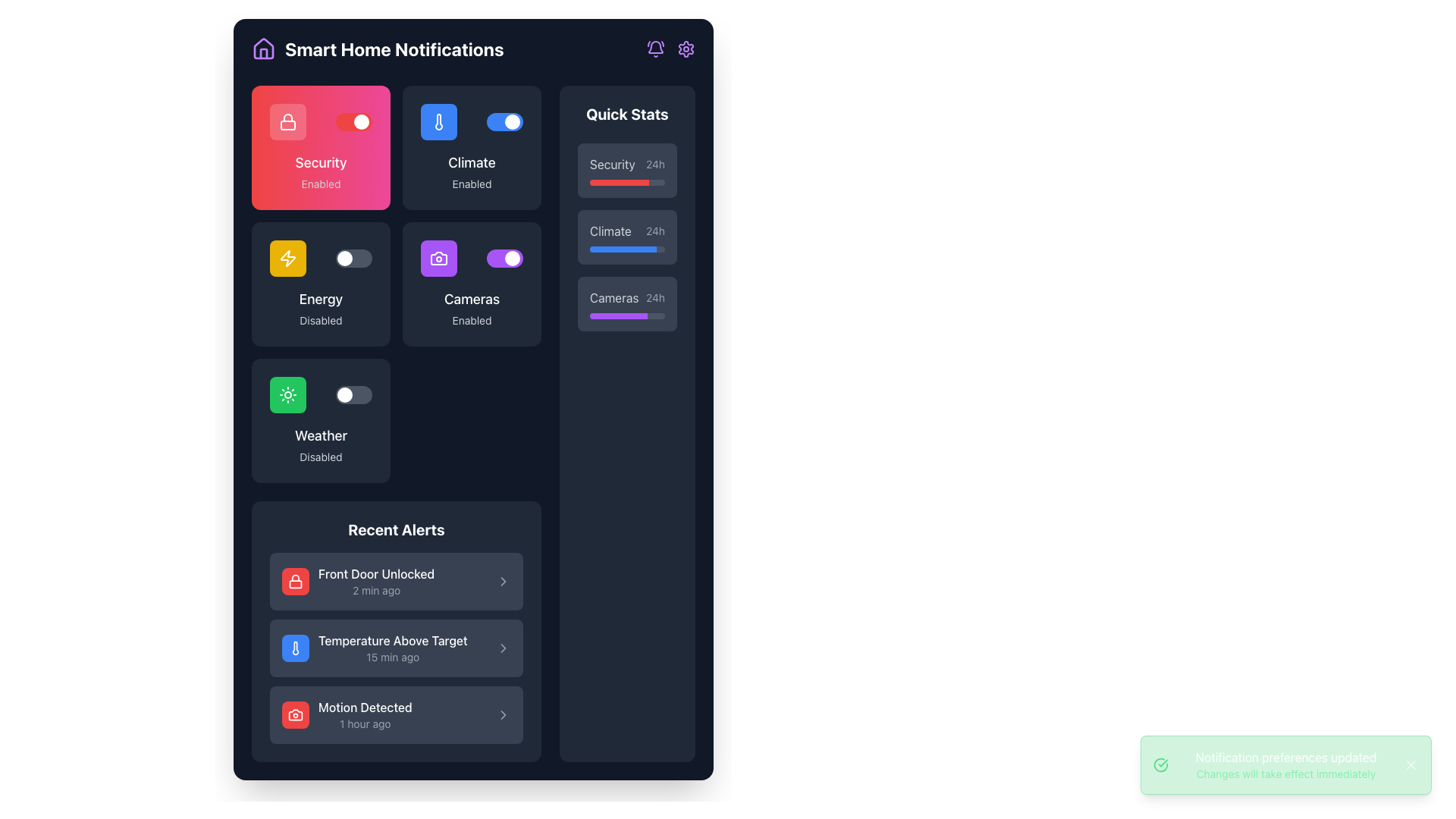 The width and height of the screenshot is (1456, 819). Describe the element at coordinates (378, 49) in the screenshot. I see `the Text with icon component that serves as the title for smart home notifications, located near the top-left corner of the interface` at that location.